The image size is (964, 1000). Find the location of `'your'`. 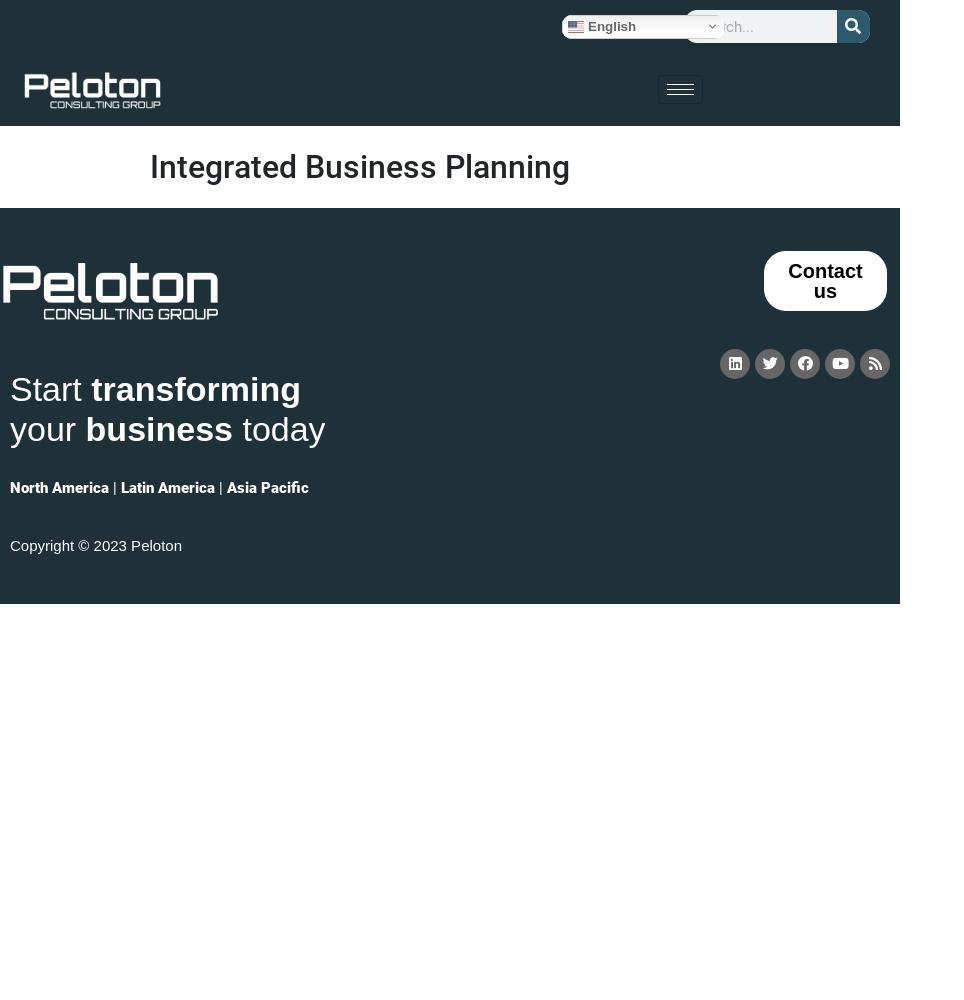

'your' is located at coordinates (47, 428).